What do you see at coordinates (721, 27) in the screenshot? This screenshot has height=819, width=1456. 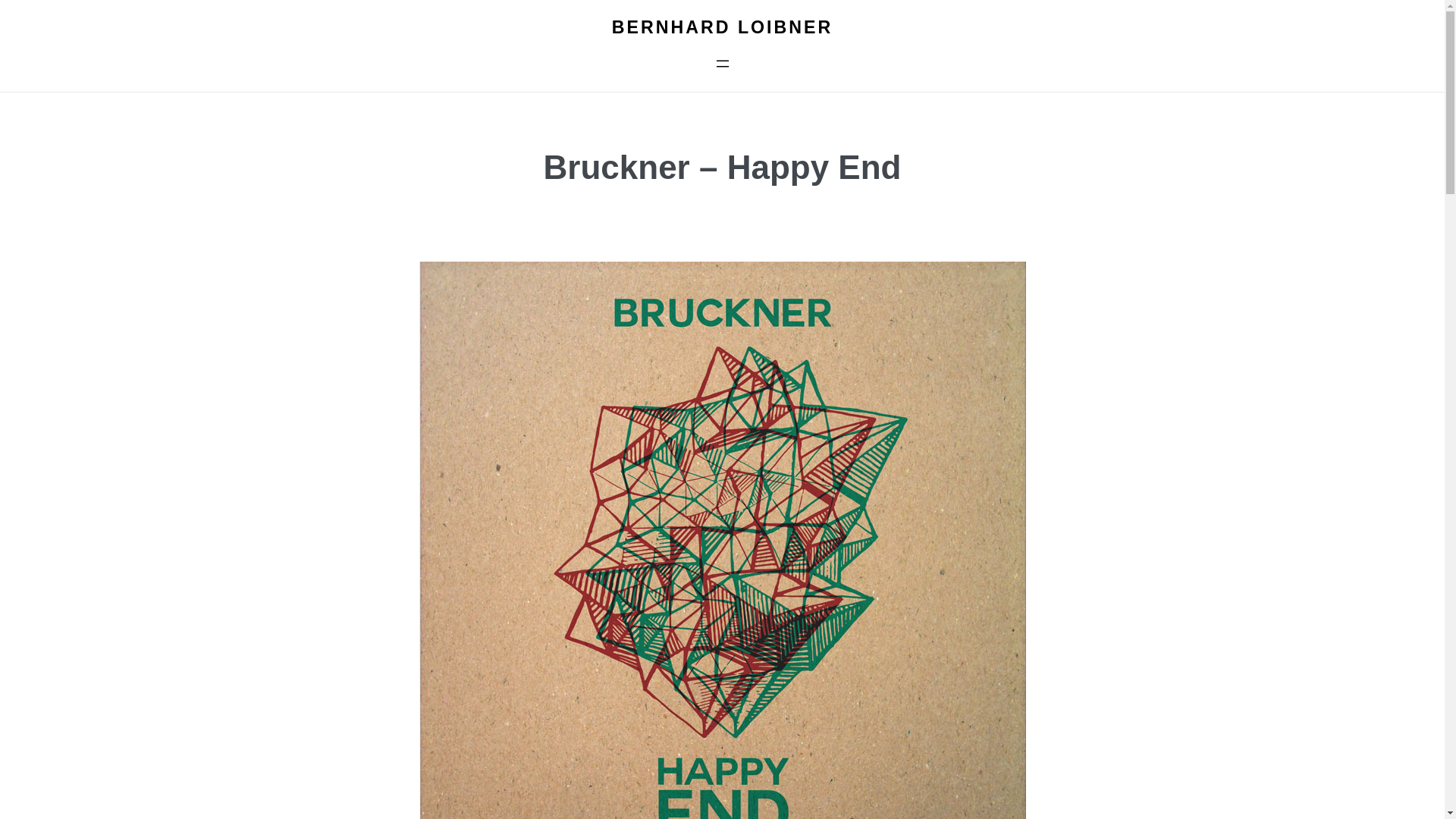 I see `'BERNHARD LOIBNER'` at bounding box center [721, 27].